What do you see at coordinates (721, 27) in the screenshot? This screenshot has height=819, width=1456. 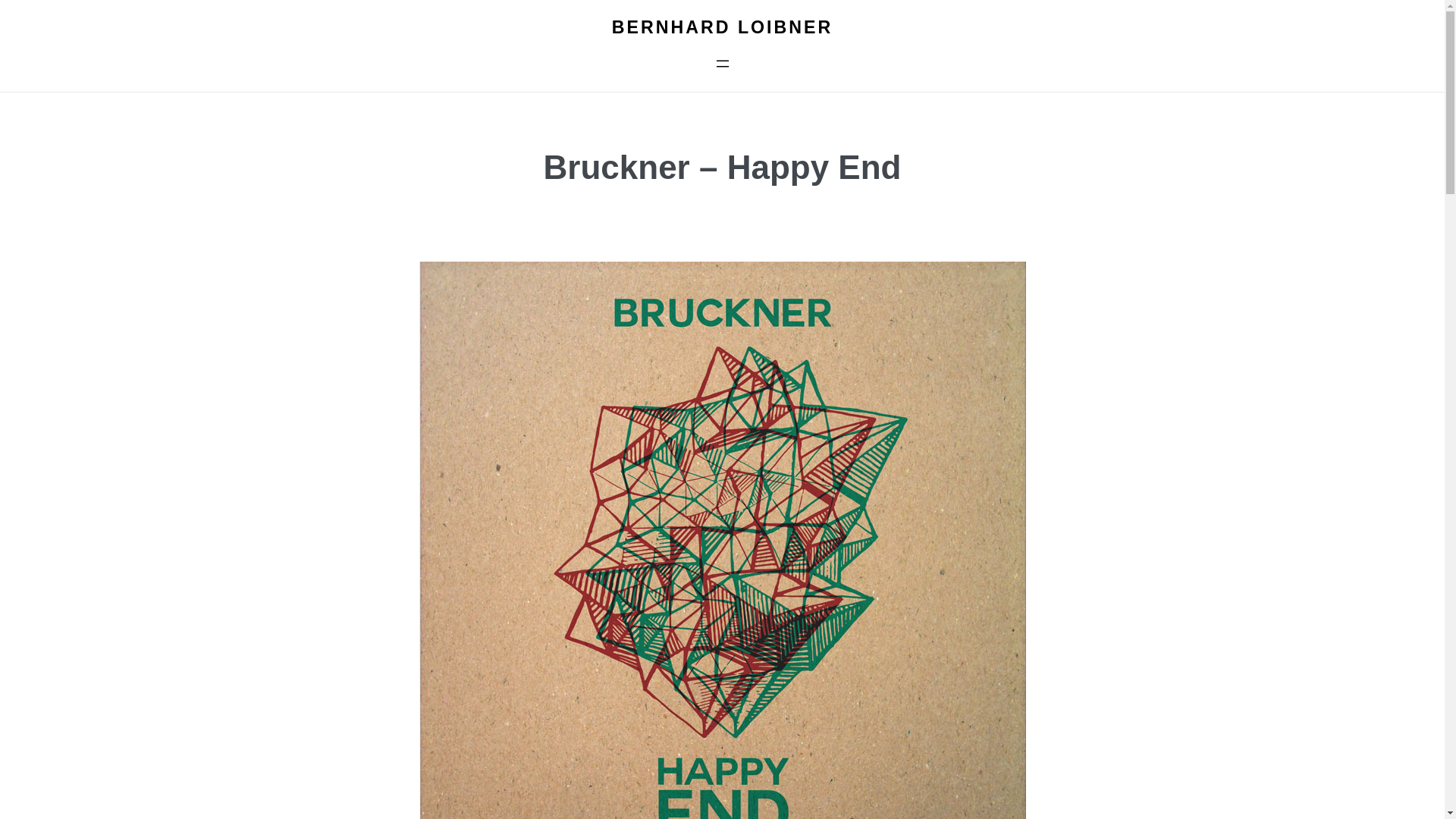 I see `'BERNHARD LOIBNER'` at bounding box center [721, 27].